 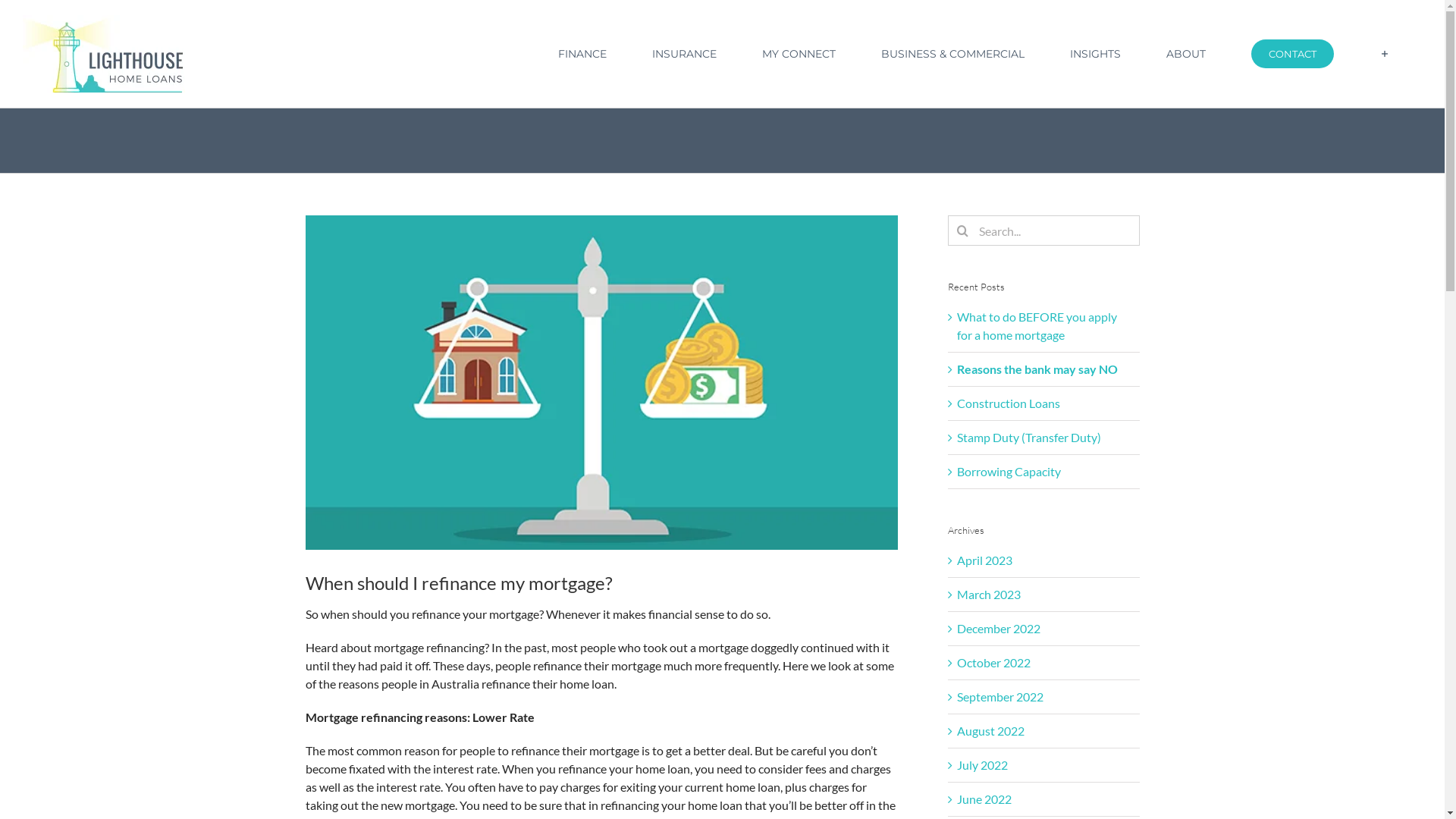 What do you see at coordinates (1000, 696) in the screenshot?
I see `'September 2022'` at bounding box center [1000, 696].